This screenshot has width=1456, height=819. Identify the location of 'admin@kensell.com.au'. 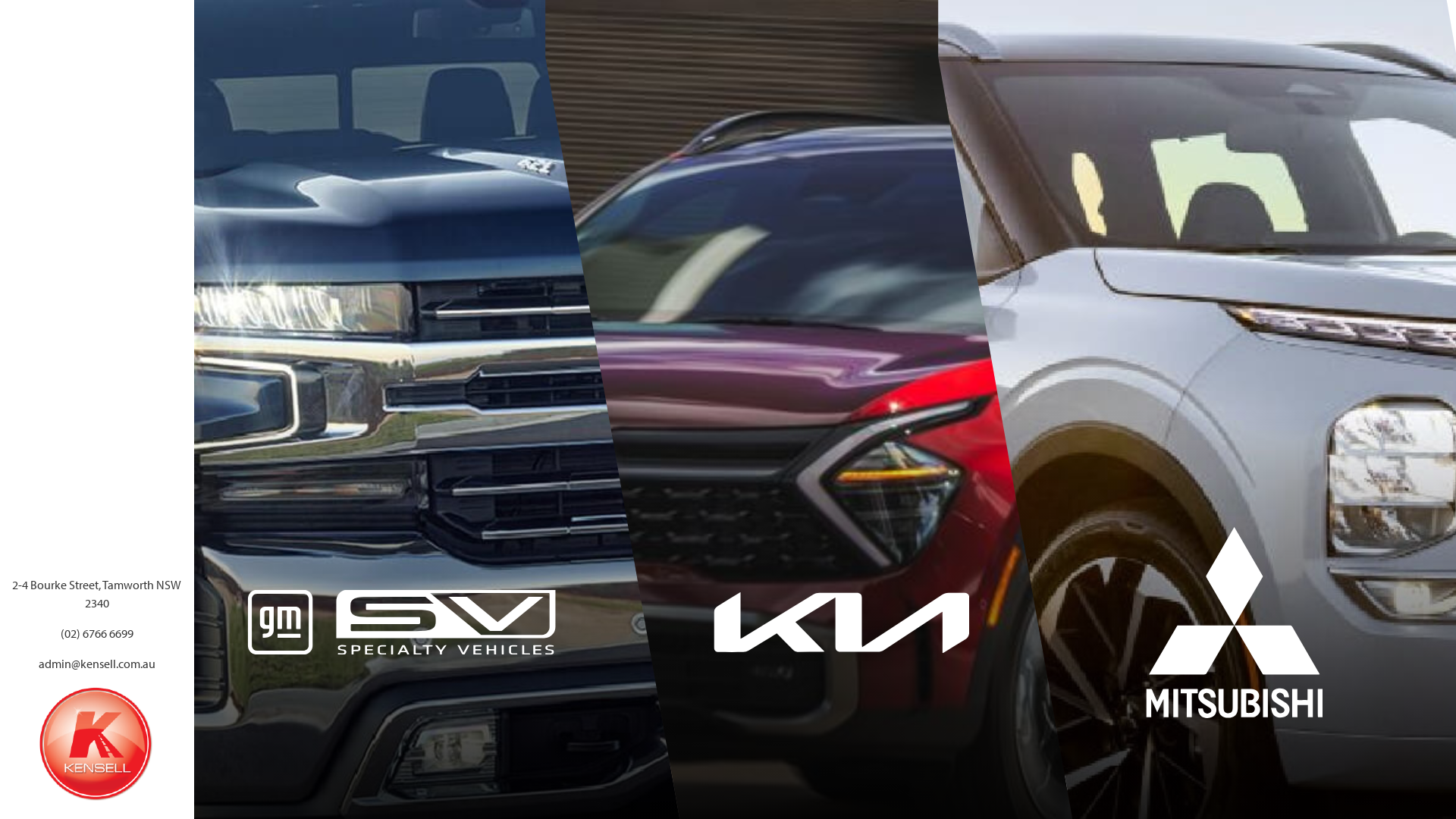
(96, 663).